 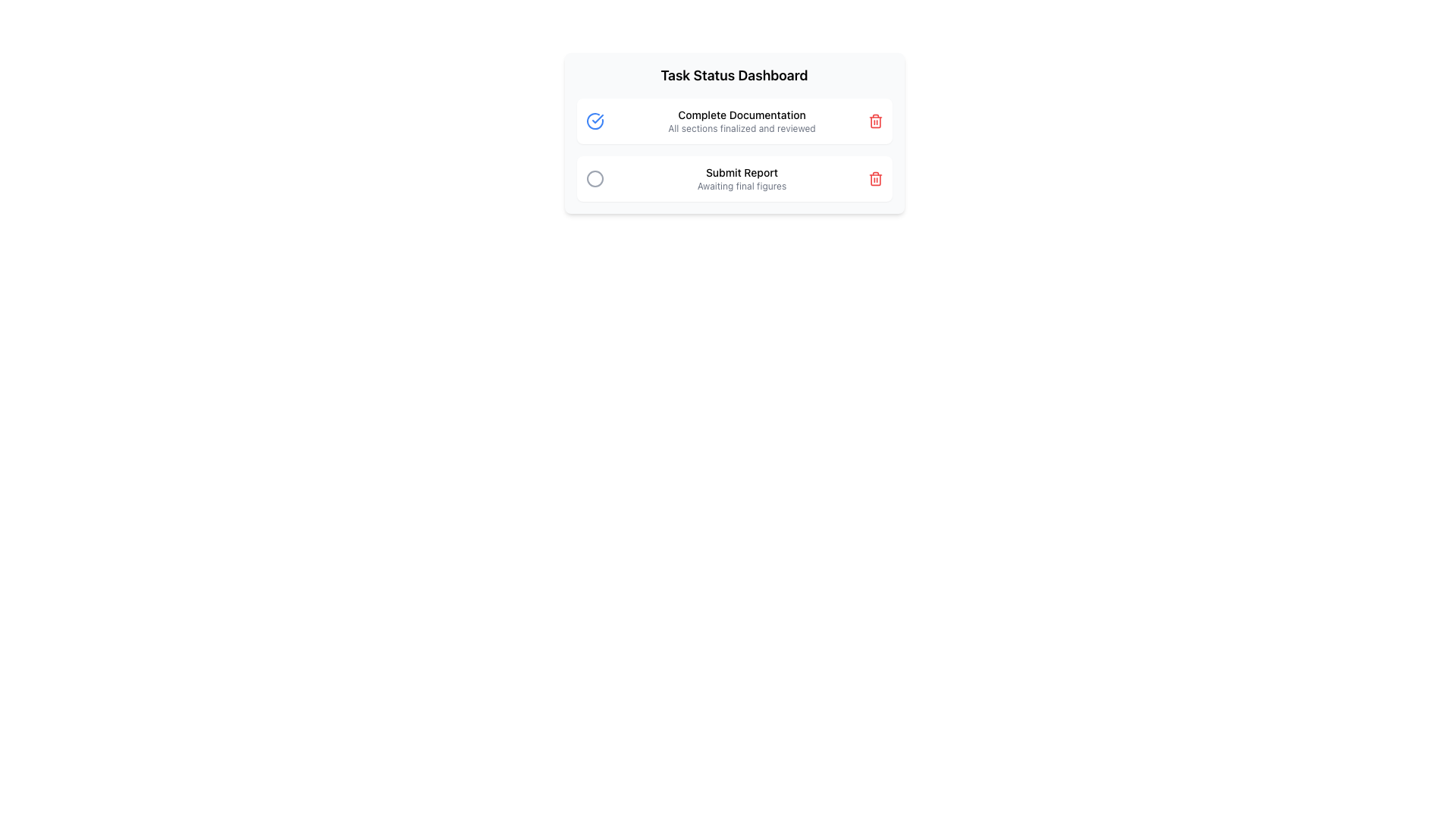 I want to click on the text label reading 'Awaiting final figures', which is styled in a small font size and light gray color, located below the 'Submit Report' label in the task dashboard area, so click(x=742, y=186).